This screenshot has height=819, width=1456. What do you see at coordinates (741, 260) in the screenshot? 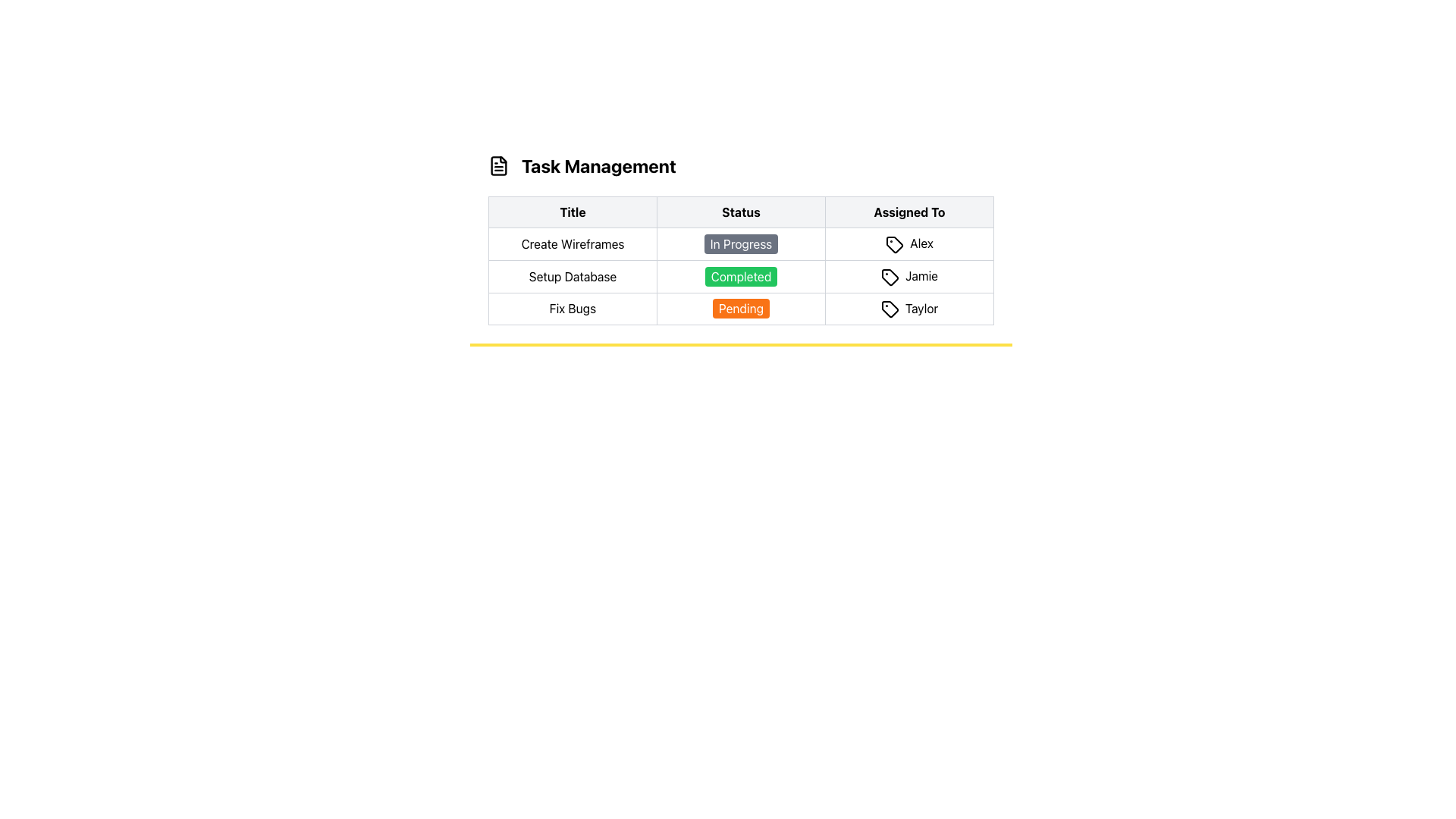
I see `a cell in the task management table` at bounding box center [741, 260].